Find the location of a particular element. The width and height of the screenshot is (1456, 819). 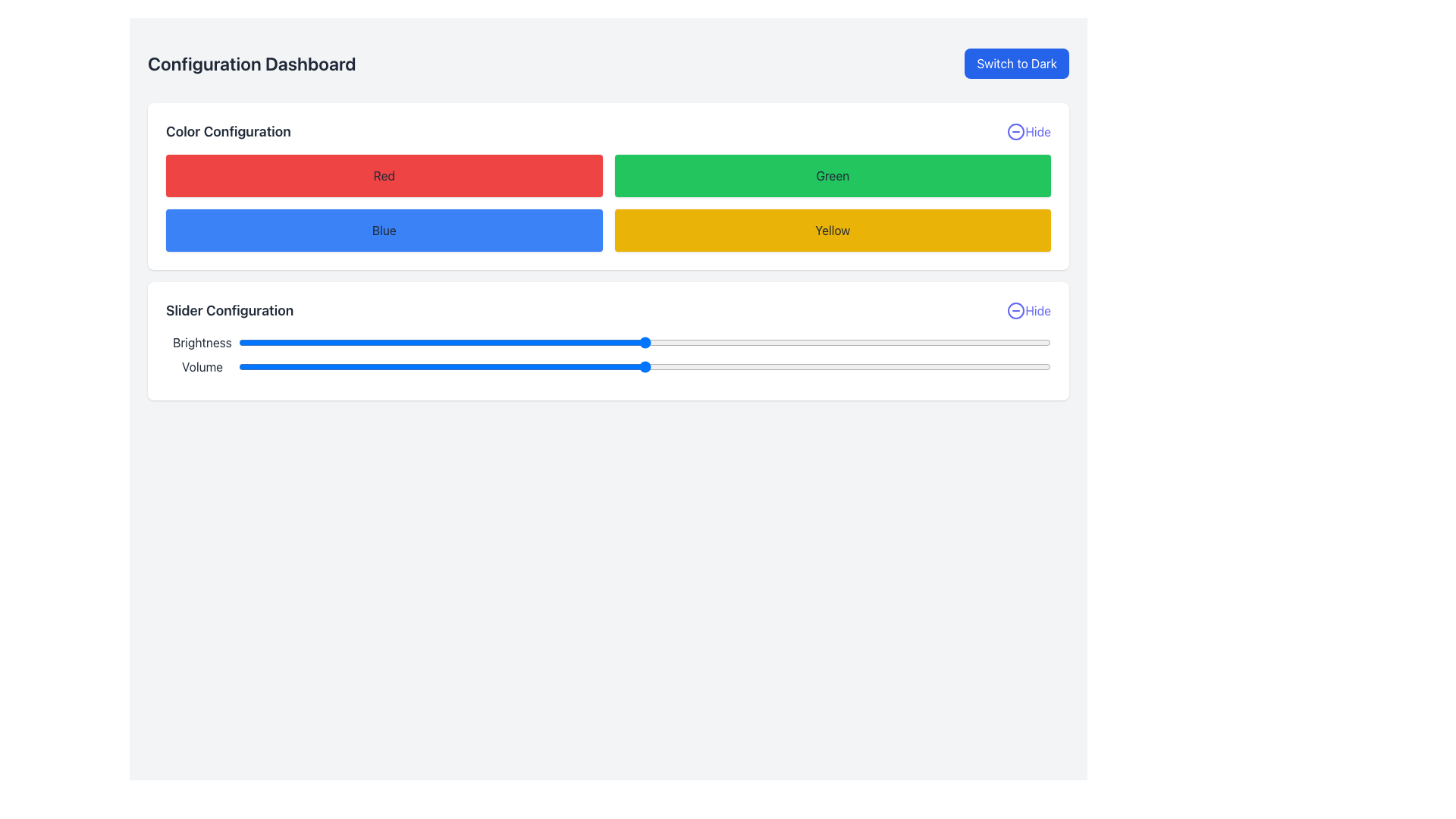

volume is located at coordinates (783, 366).